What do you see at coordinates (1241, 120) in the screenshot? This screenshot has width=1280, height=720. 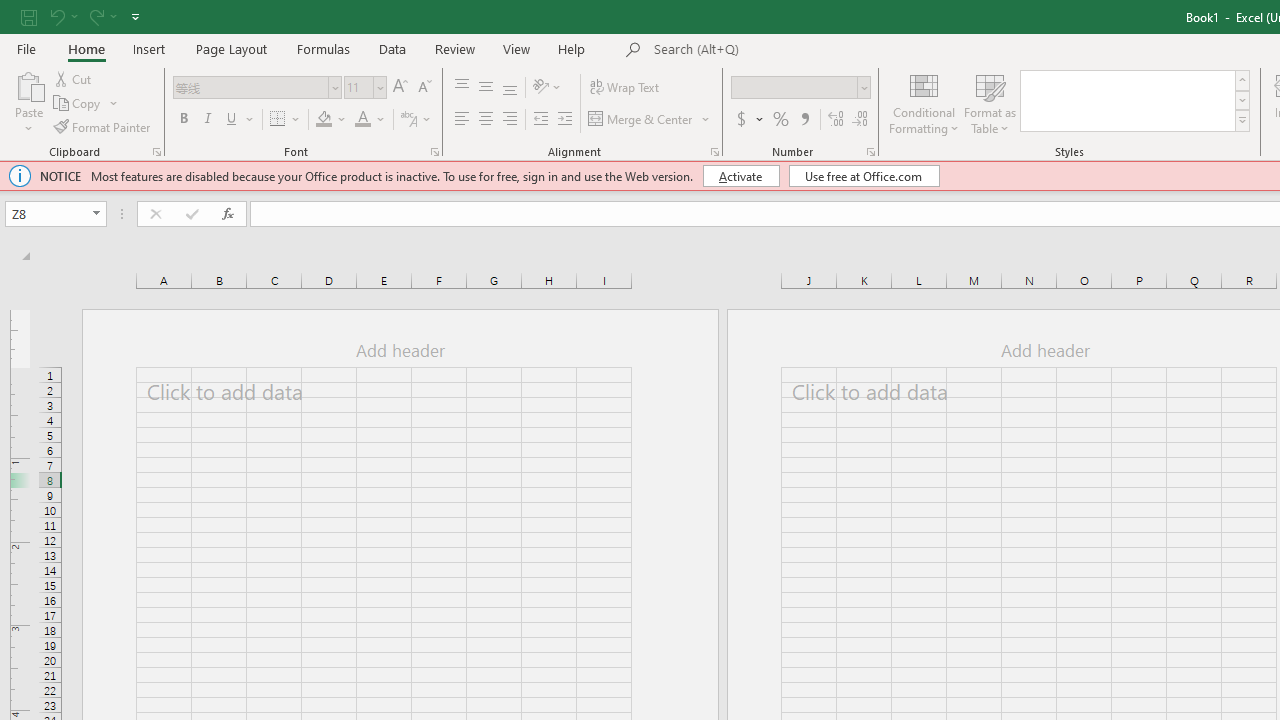 I see `'Cell Styles'` at bounding box center [1241, 120].